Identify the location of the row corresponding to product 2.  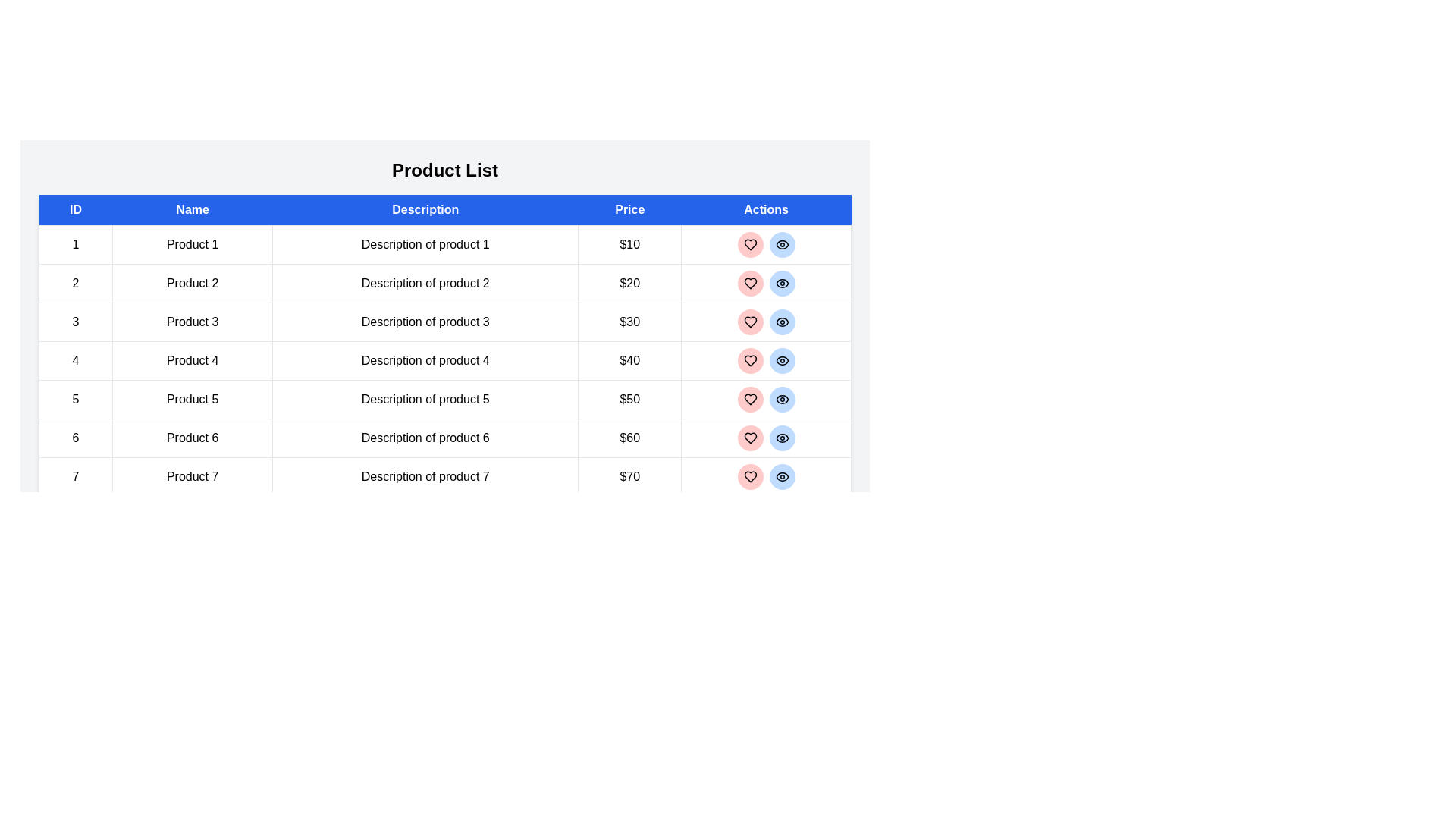
(444, 284).